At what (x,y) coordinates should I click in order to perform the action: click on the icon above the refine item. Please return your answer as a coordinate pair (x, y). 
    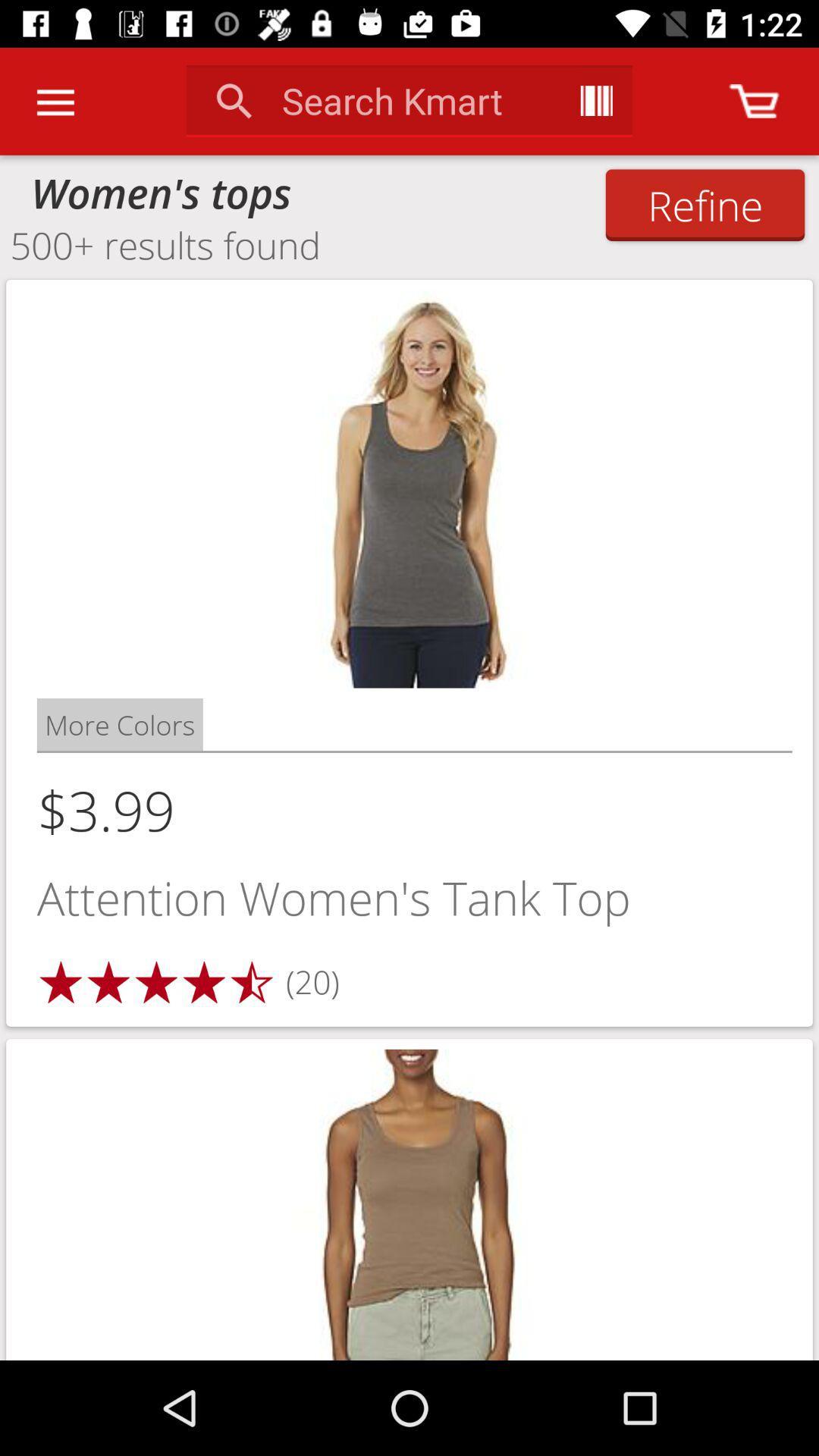
    Looking at the image, I should click on (754, 100).